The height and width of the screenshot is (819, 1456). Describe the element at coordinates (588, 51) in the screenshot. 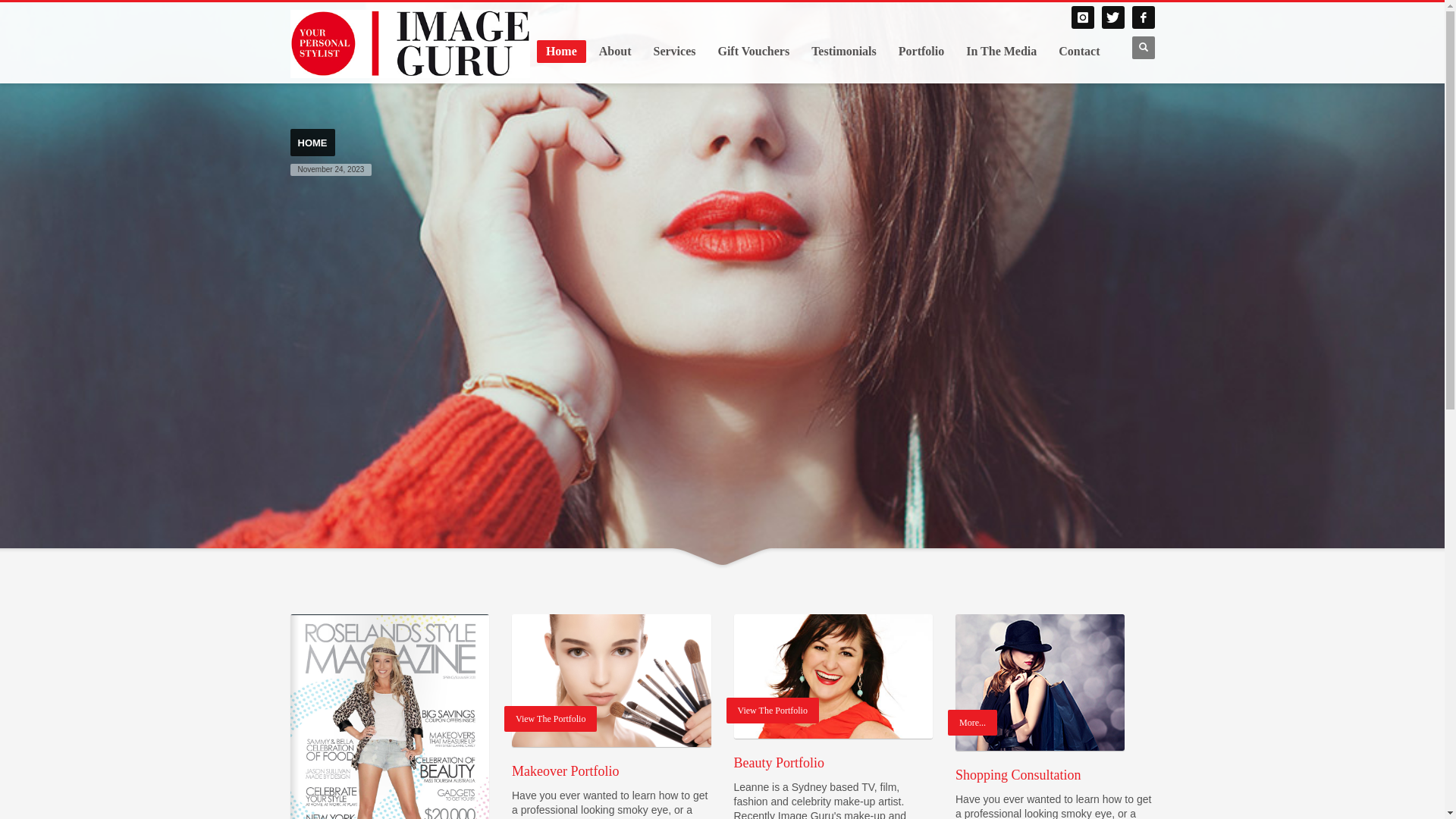

I see `'About'` at that location.